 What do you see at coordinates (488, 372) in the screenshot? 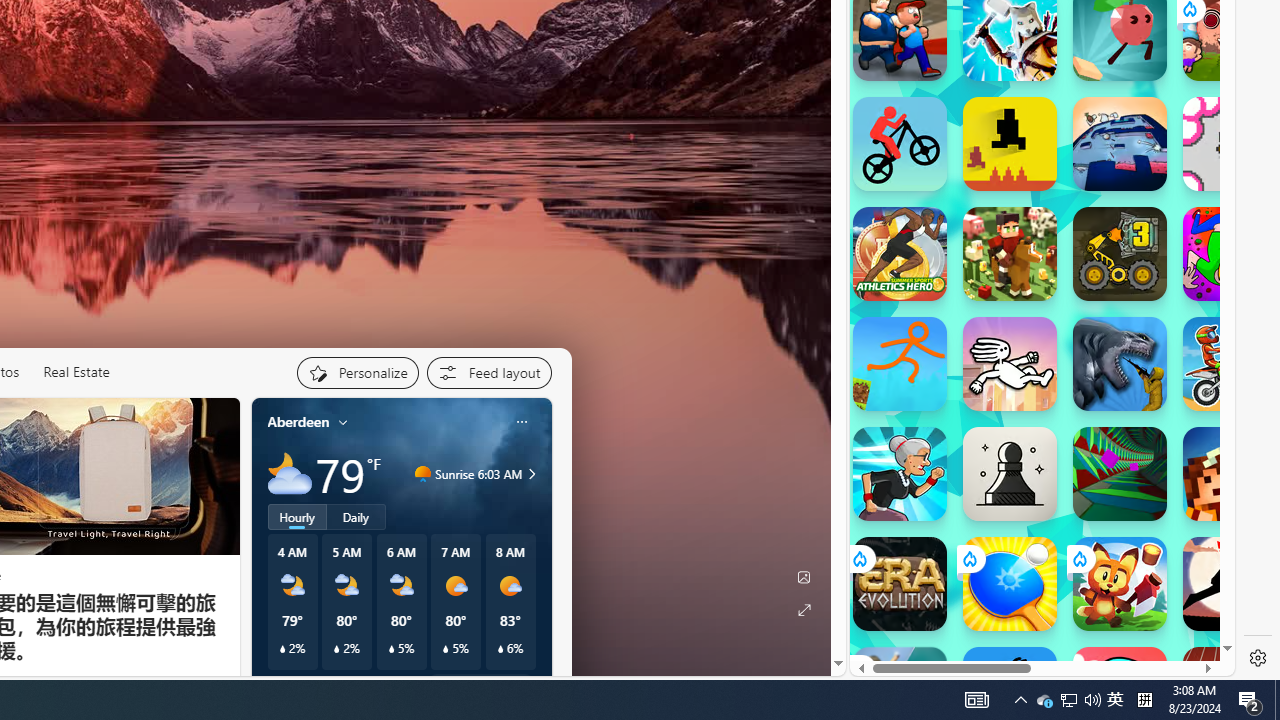
I see `'Feed settings'` at bounding box center [488, 372].